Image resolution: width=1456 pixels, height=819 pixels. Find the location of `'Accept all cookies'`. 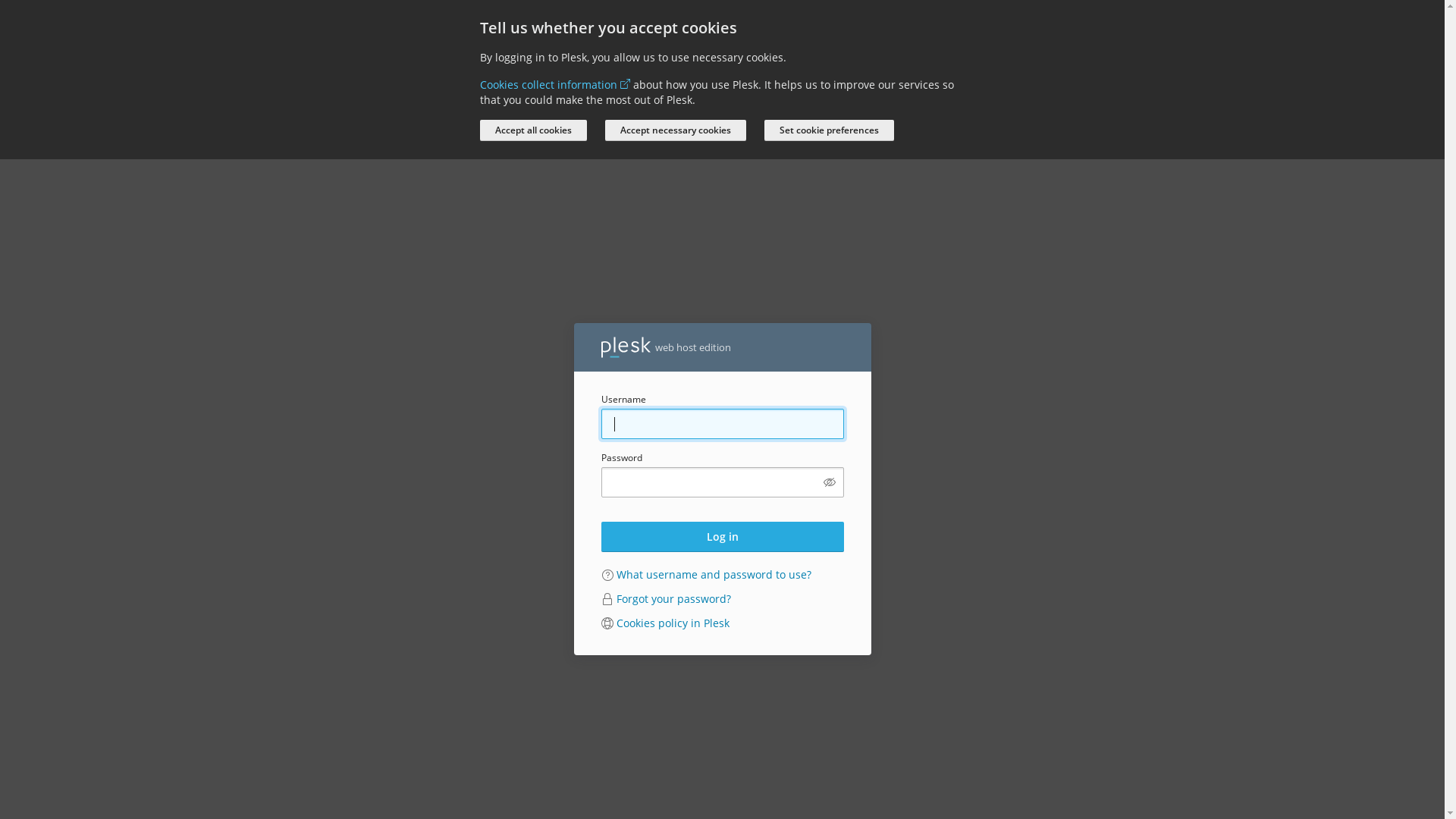

'Accept all cookies' is located at coordinates (532, 130).